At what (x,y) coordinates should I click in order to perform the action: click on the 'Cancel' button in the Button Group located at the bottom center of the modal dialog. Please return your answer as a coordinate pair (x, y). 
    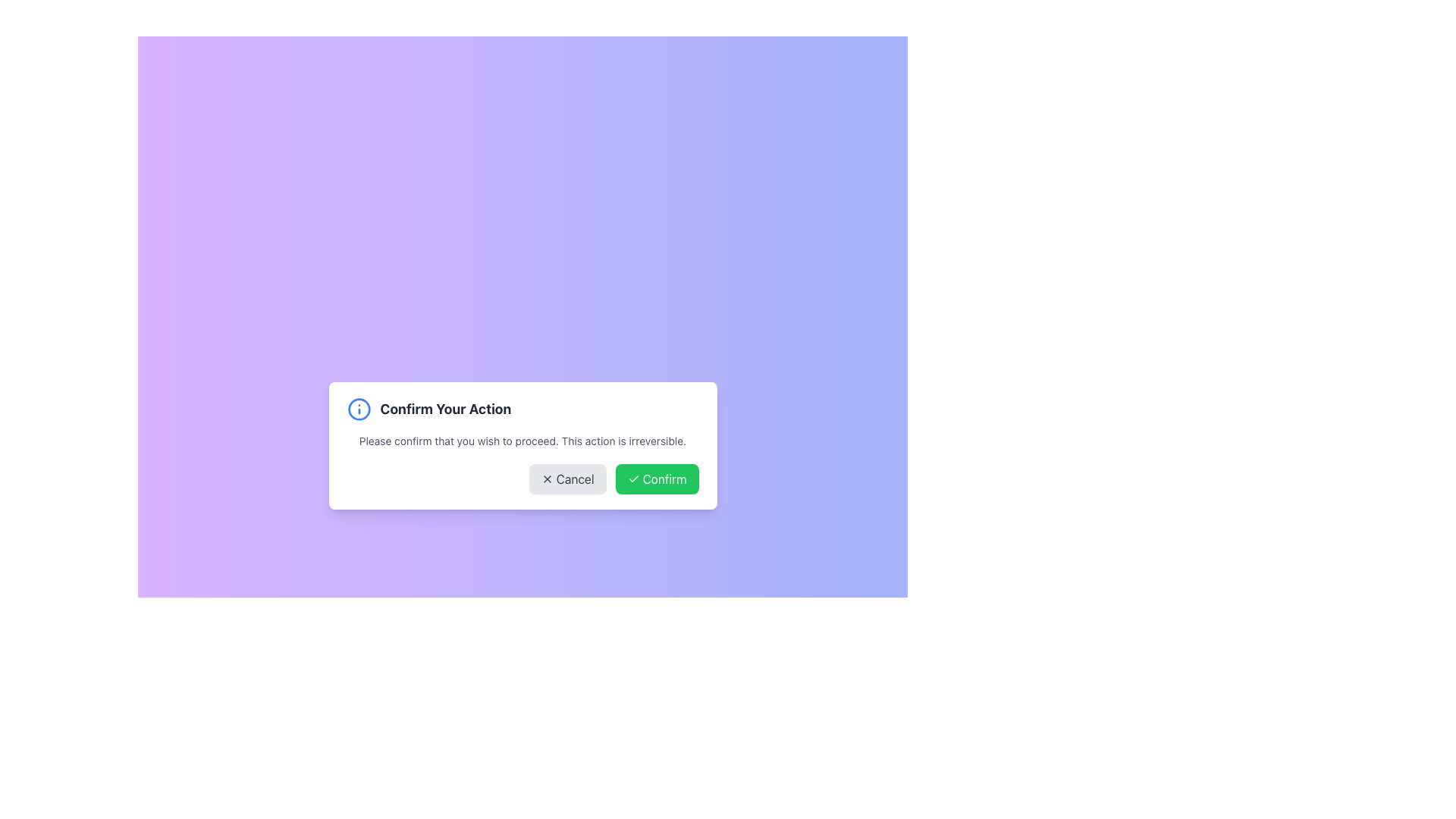
    Looking at the image, I should click on (522, 479).